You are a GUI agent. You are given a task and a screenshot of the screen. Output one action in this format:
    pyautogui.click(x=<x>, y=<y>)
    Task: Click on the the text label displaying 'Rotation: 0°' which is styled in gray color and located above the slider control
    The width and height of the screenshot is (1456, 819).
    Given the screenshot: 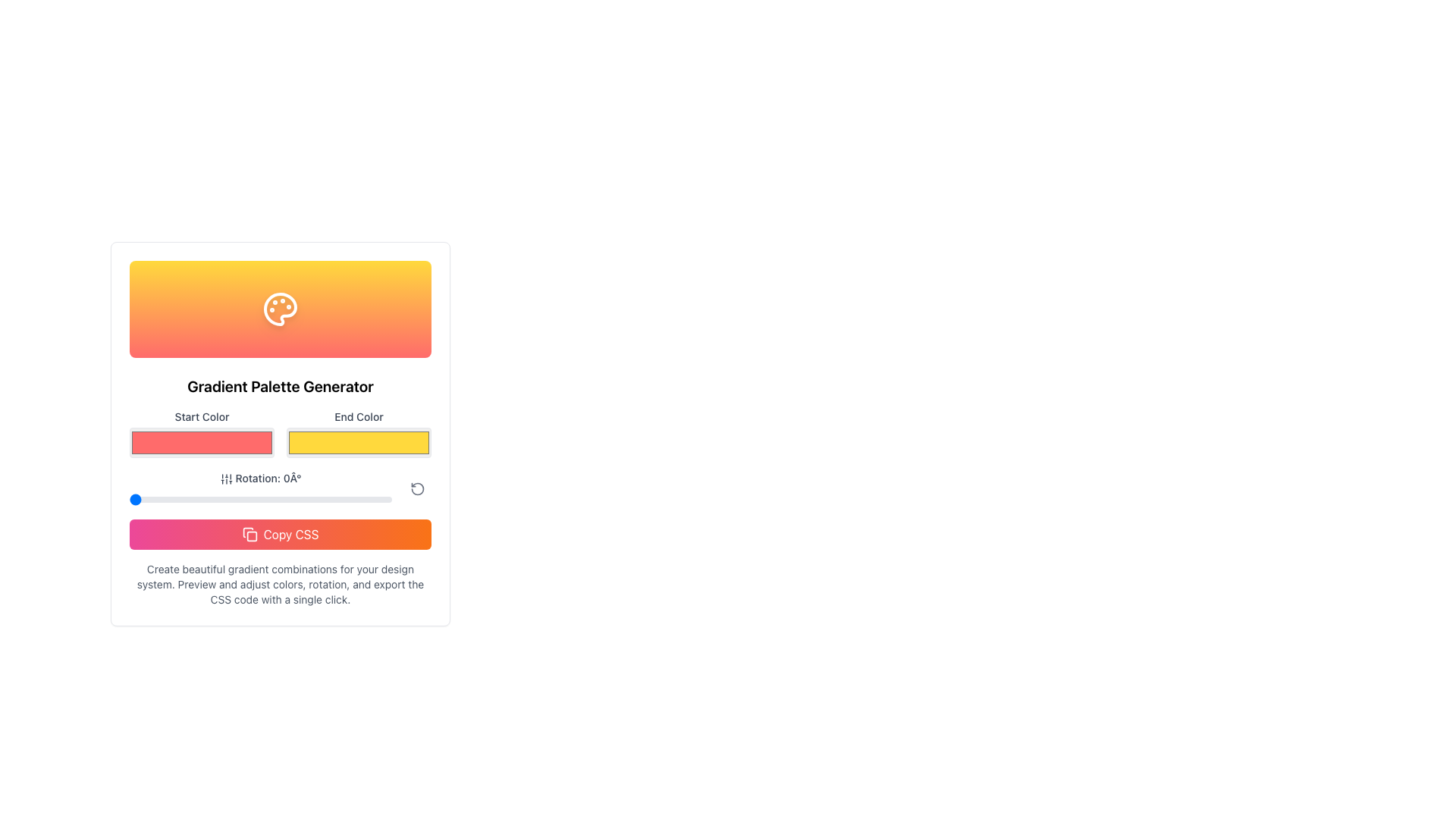 What is the action you would take?
    pyautogui.click(x=261, y=488)
    